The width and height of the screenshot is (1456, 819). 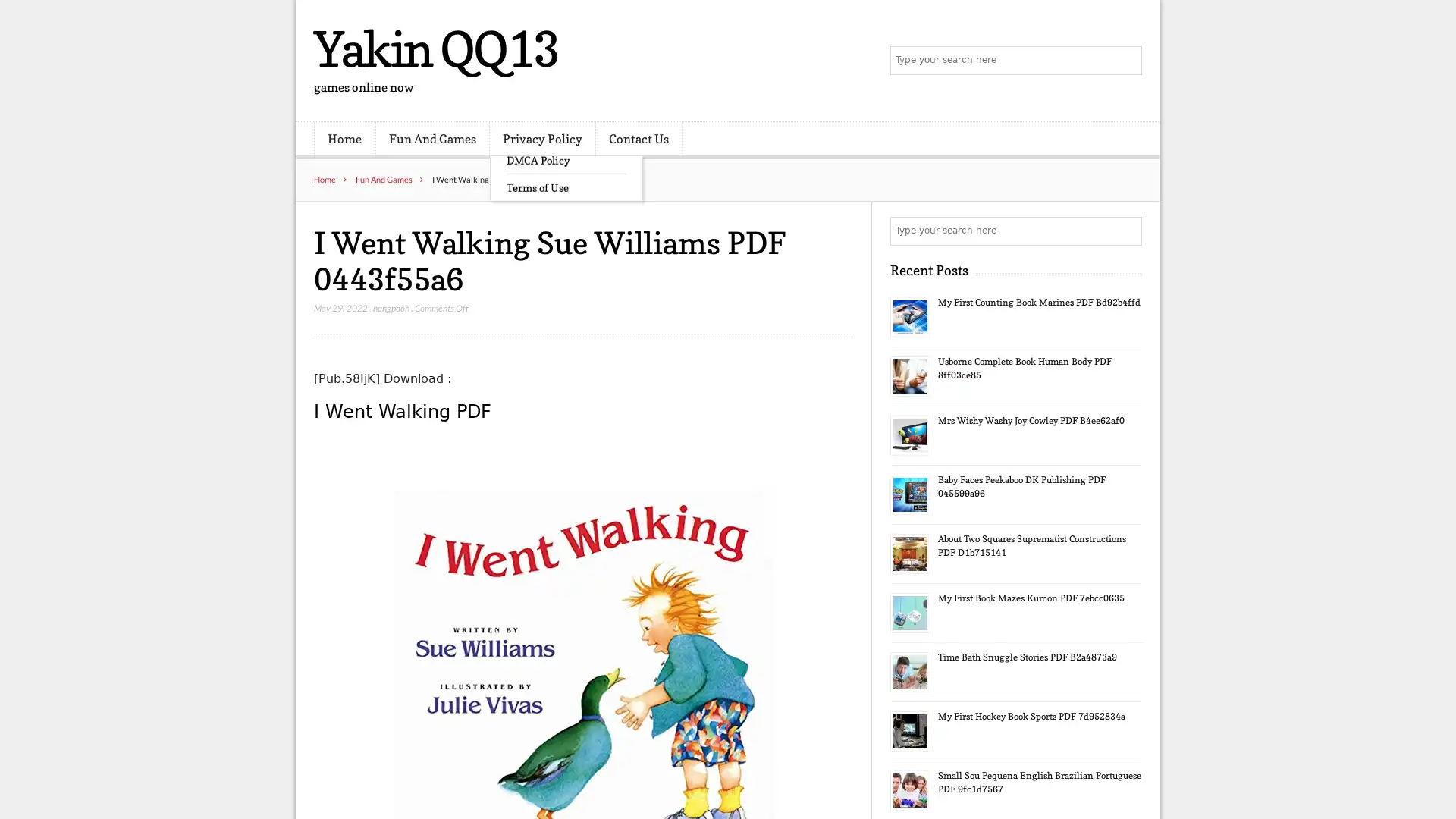 I want to click on Search, so click(x=1126, y=231).